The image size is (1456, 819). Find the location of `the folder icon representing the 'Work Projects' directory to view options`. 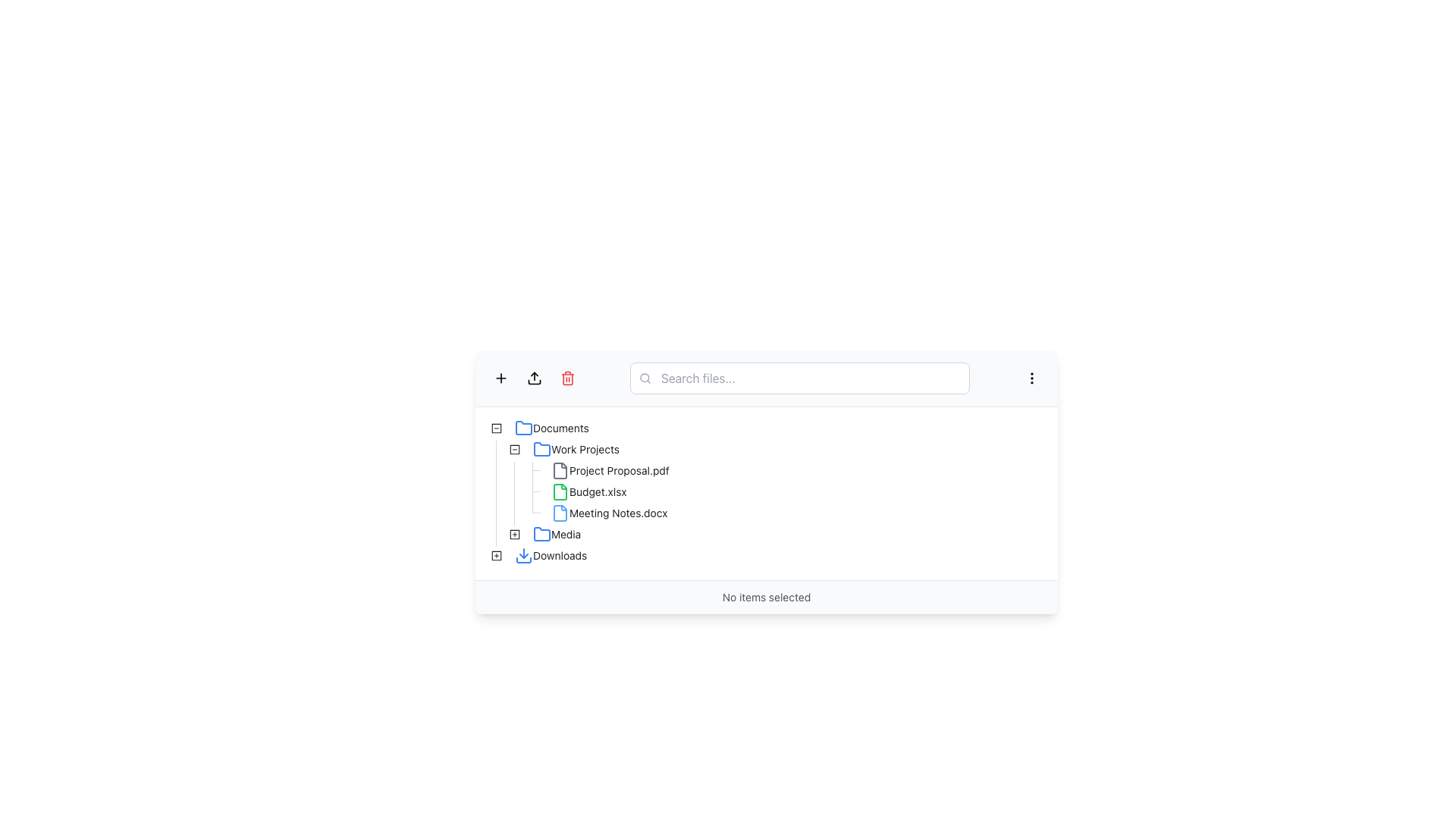

the folder icon representing the 'Work Projects' directory to view options is located at coordinates (542, 447).